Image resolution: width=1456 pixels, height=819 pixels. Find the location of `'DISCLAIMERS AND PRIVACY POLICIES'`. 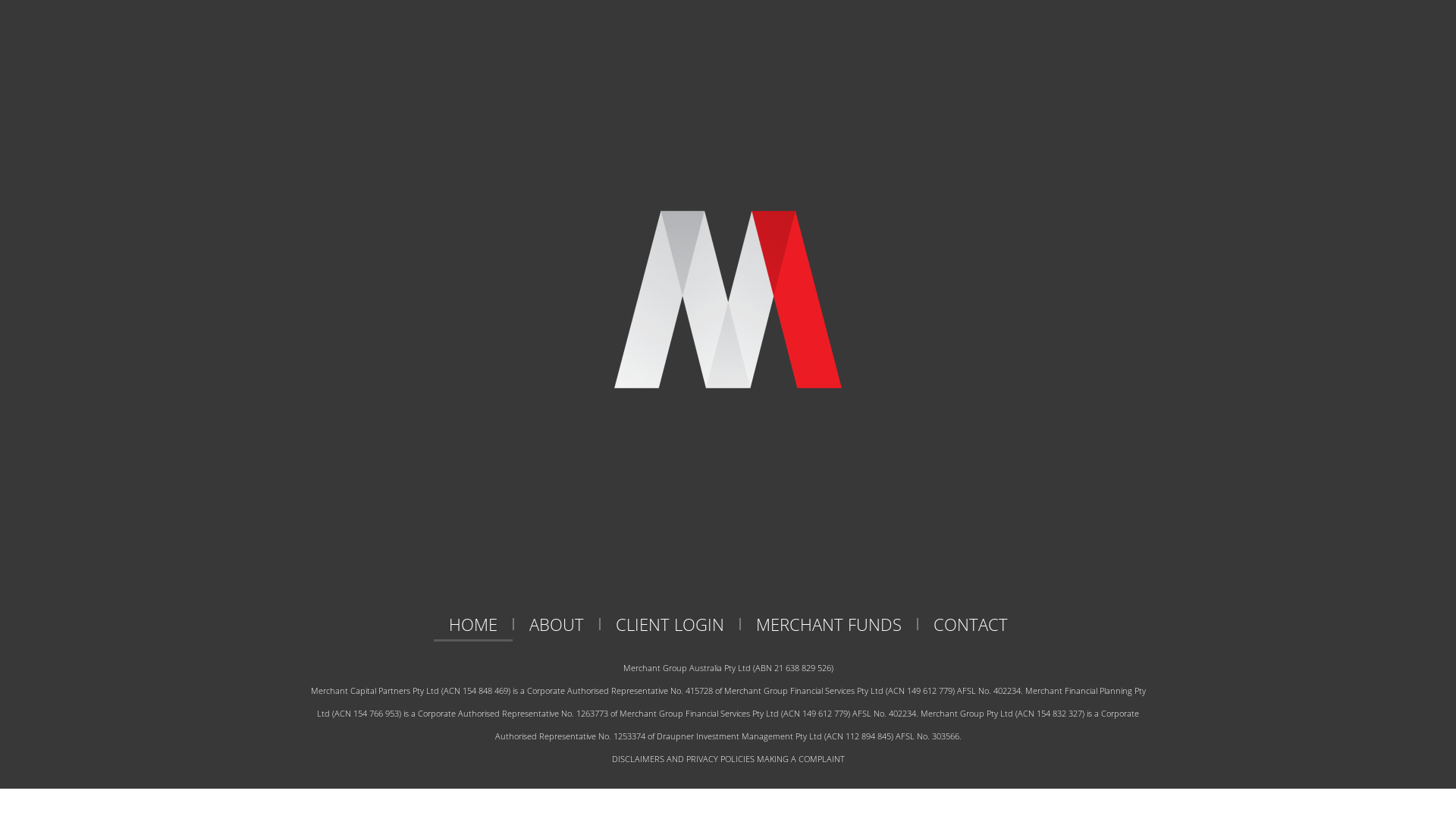

'DISCLAIMERS AND PRIVACY POLICIES' is located at coordinates (682, 758).